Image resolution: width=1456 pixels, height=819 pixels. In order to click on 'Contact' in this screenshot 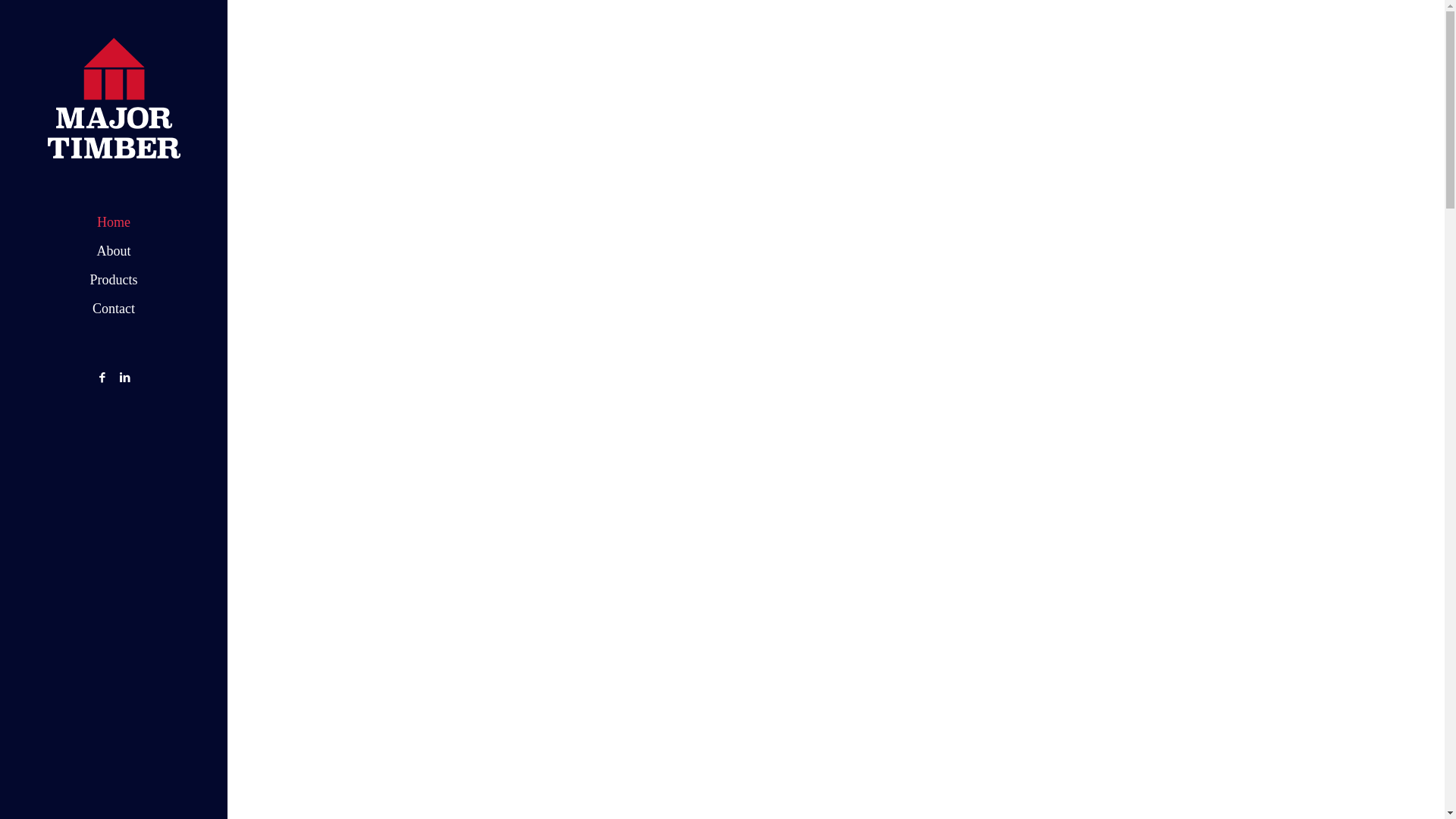, I will do `click(112, 308)`.